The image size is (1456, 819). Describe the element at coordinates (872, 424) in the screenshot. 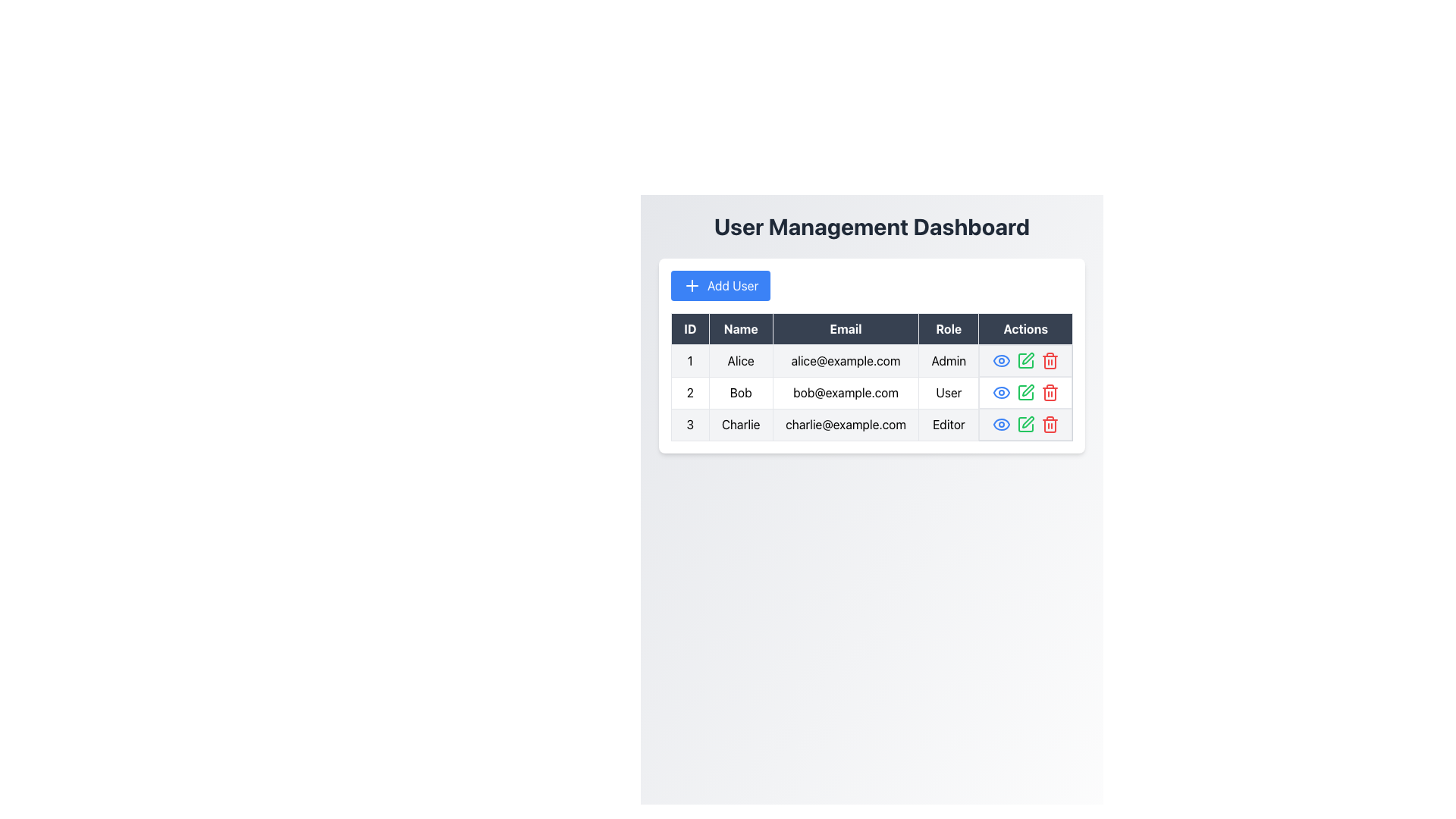

I see `the table row containing the text '3 Charlie charlie@example.com Editor'` at that location.